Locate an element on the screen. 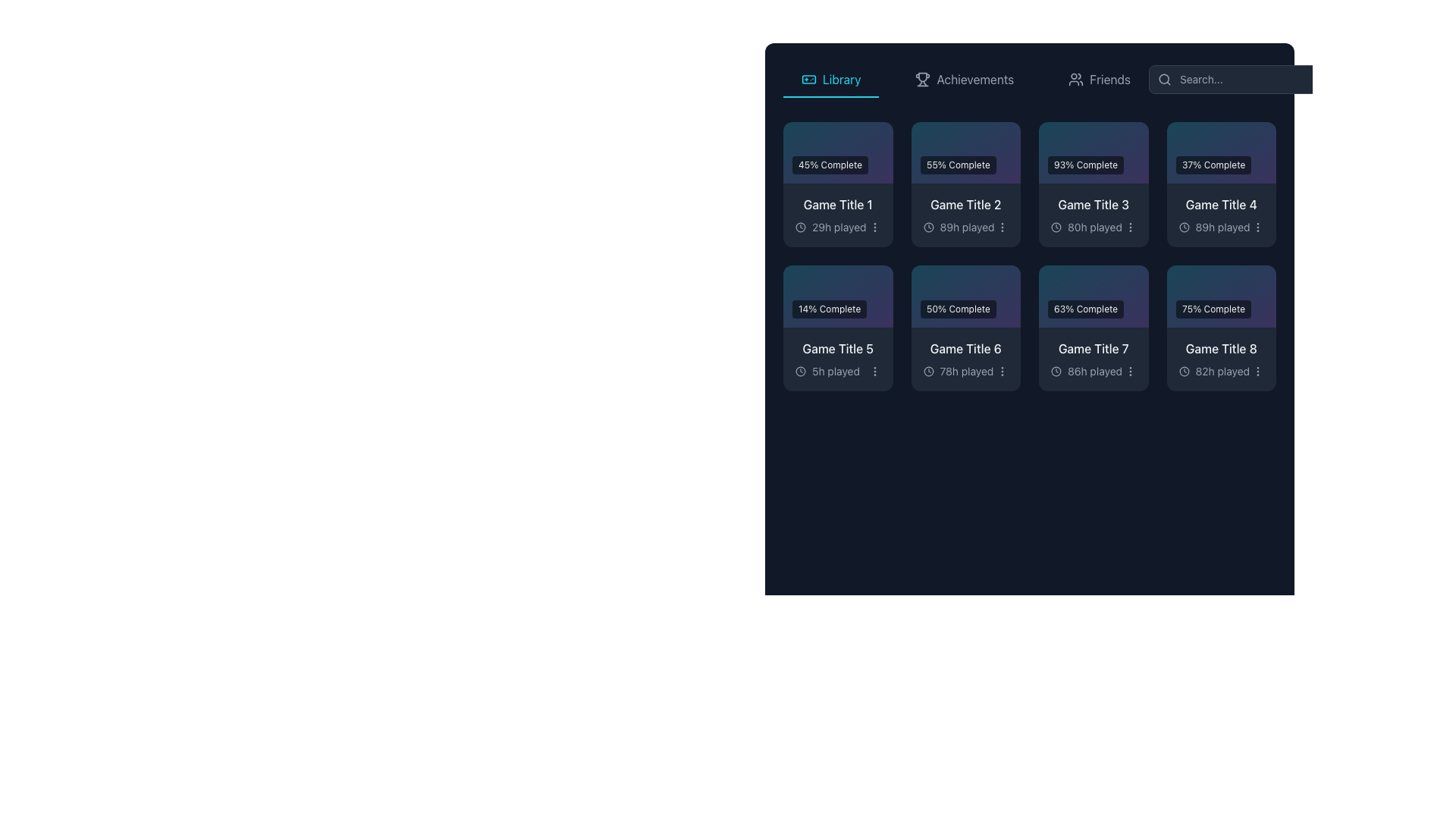  the Informational Label displaying '86h played' with a clock icon, located beneath the 'Game Title 7' label in the card layout is located at coordinates (1094, 371).